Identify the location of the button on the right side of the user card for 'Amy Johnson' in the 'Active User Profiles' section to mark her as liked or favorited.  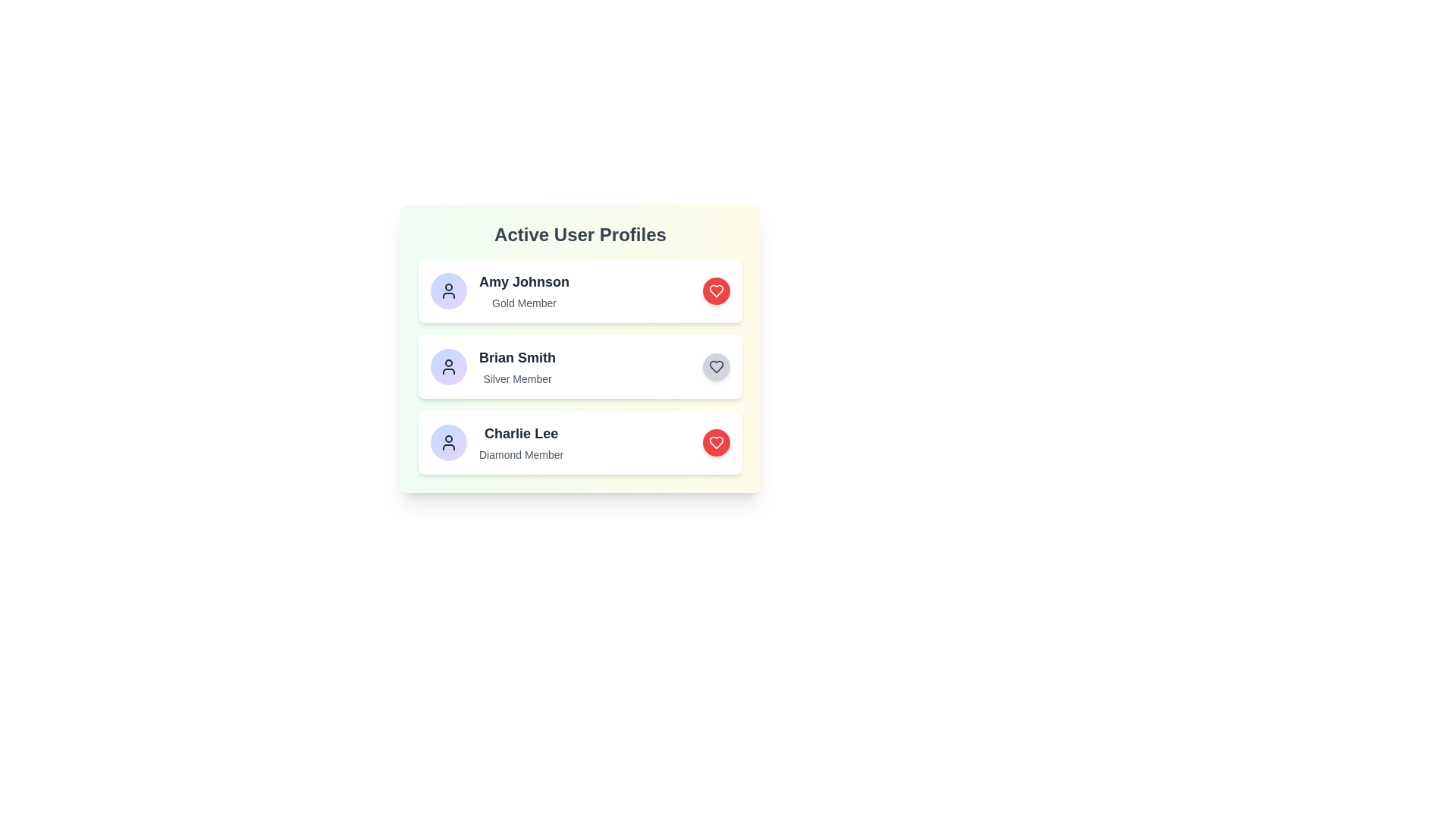
(716, 291).